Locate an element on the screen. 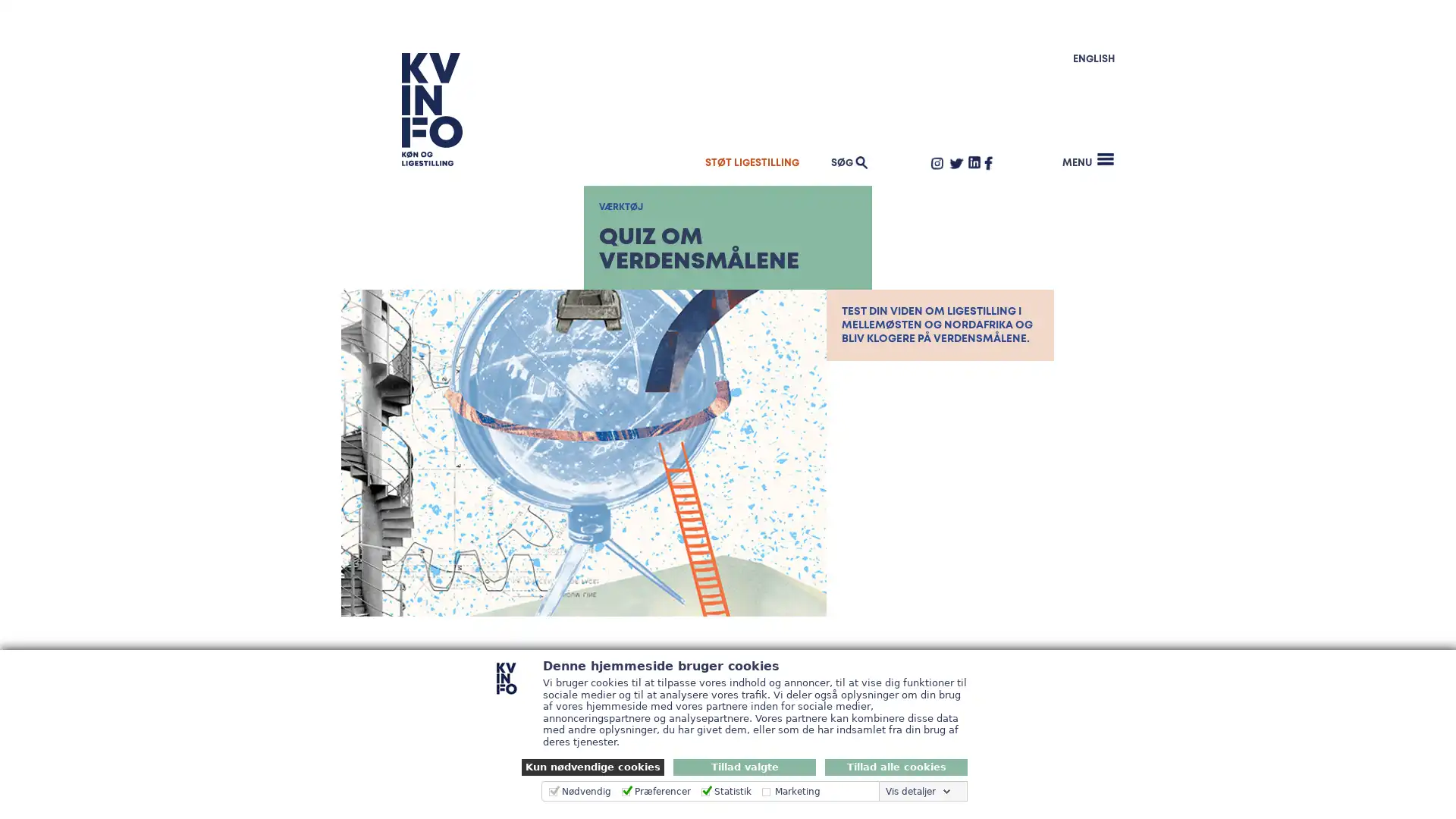 This screenshot has height=819, width=1456. MENU is located at coordinates (1087, 159).